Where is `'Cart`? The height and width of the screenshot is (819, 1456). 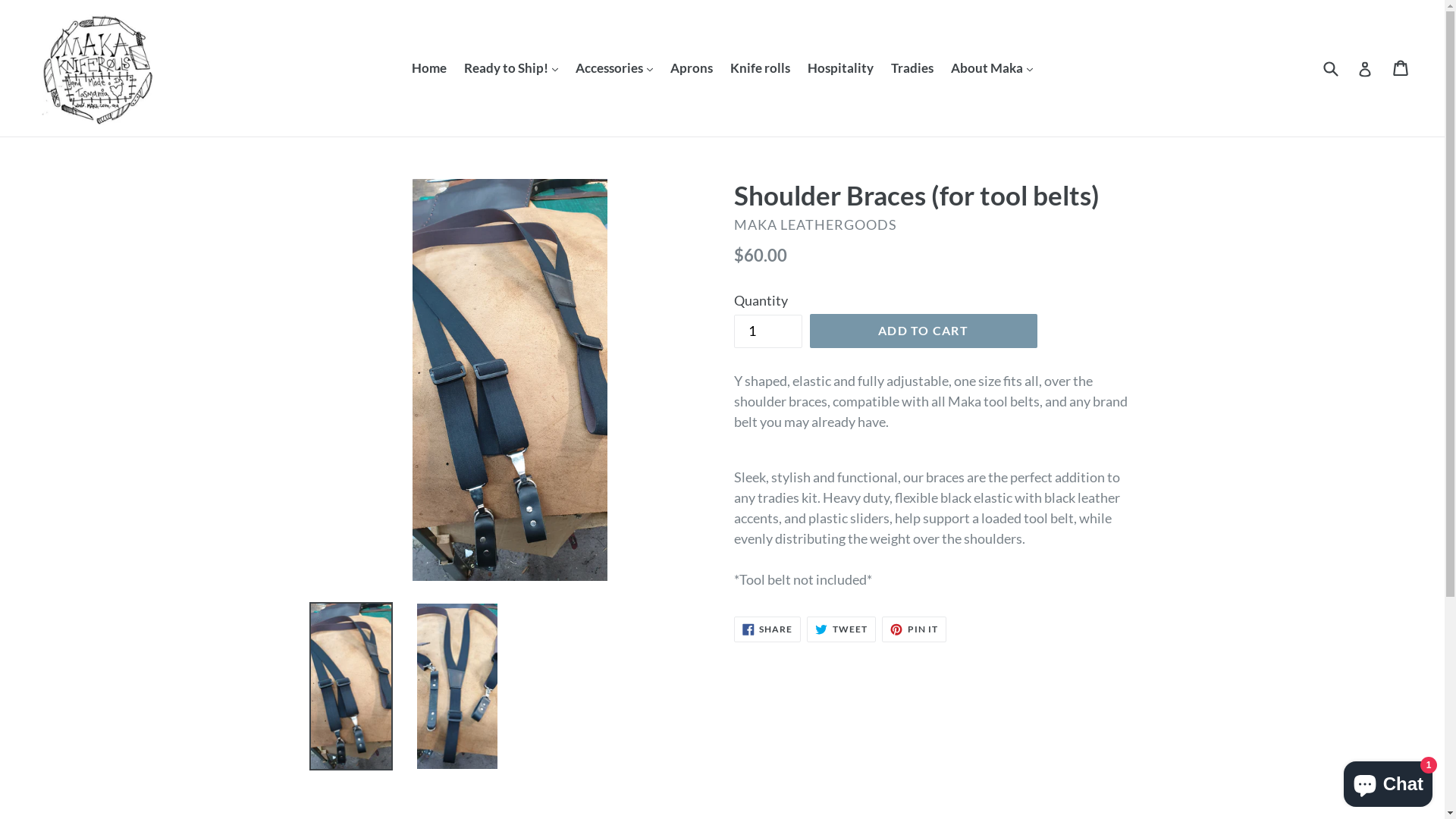
'Cart is located at coordinates (1401, 67).